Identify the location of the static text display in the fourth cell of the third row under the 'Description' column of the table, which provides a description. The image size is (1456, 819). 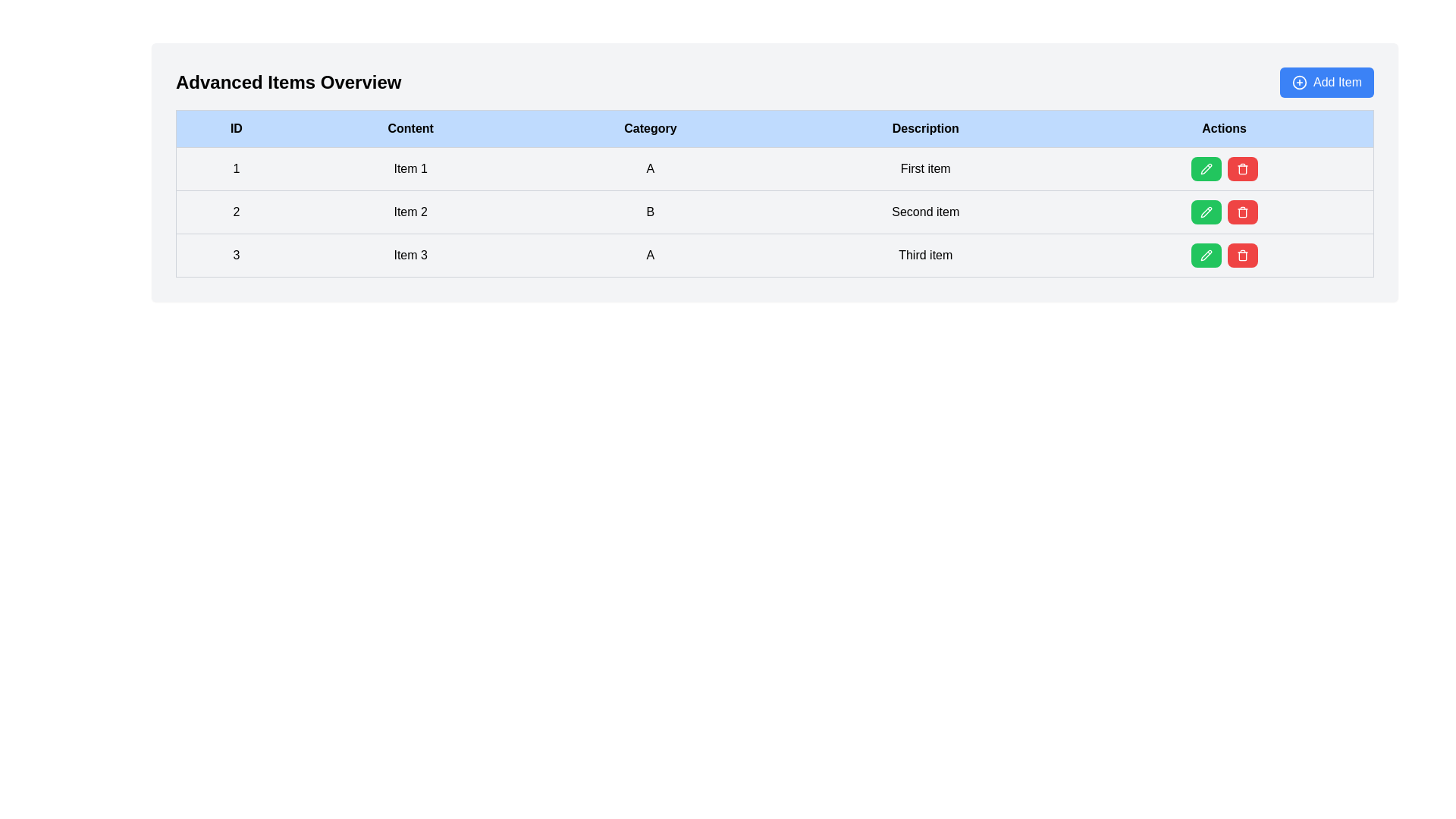
(924, 254).